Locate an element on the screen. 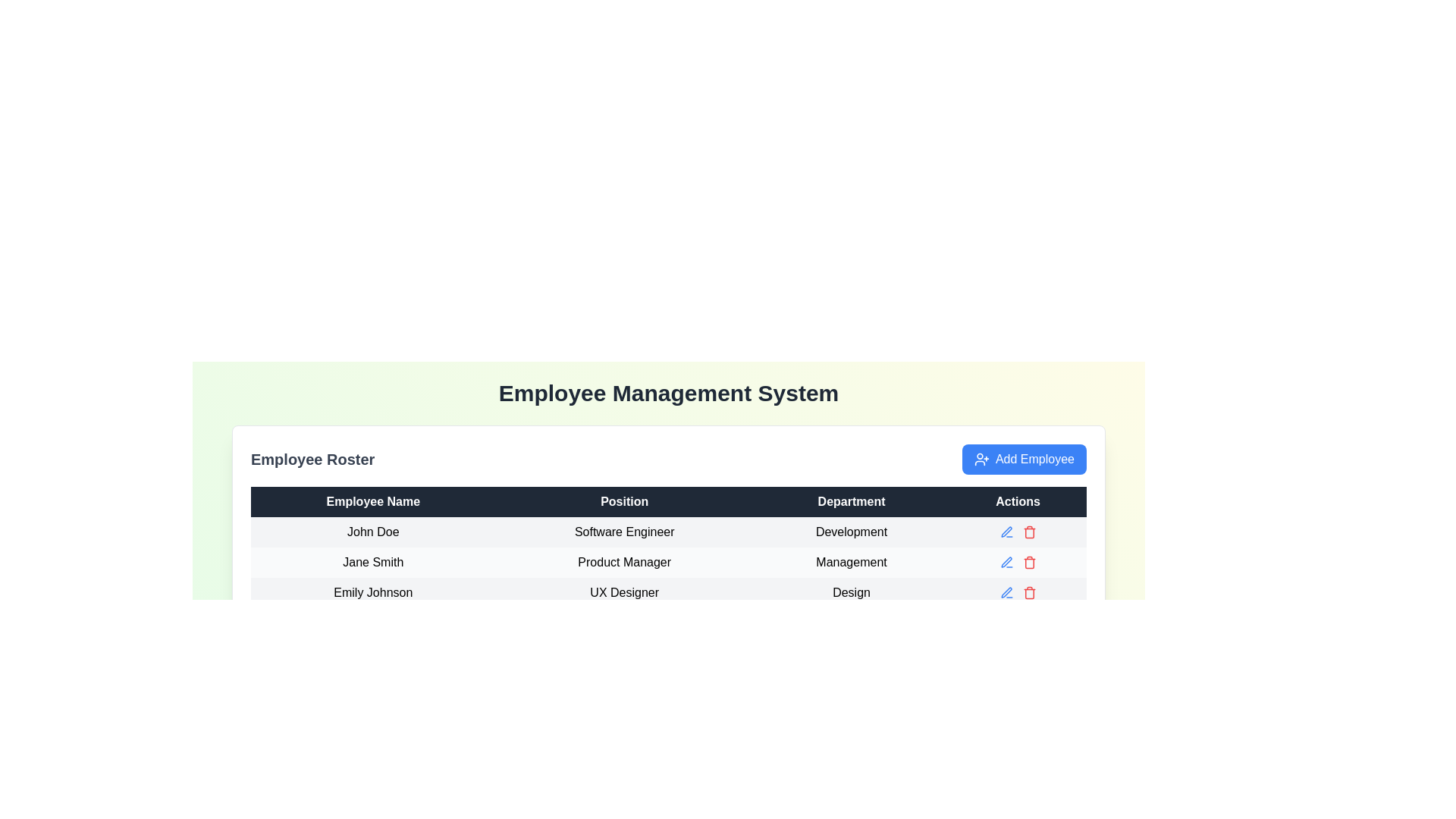 The height and width of the screenshot is (819, 1456). the 'Add Employee' button located at the top-right of the 'Employee Roster' section is located at coordinates (1024, 458).